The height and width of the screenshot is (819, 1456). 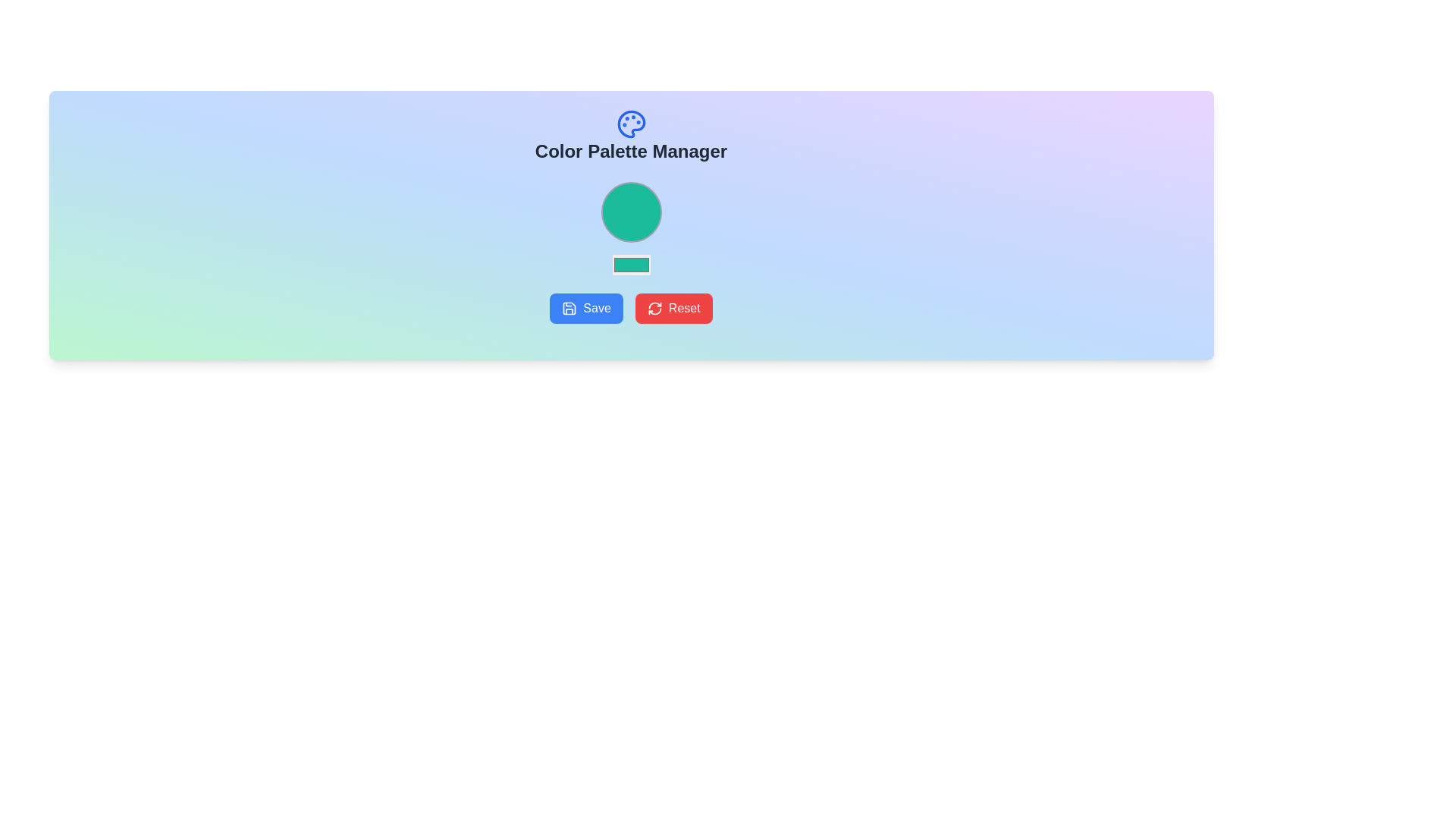 I want to click on the Header element introducing the 'Color Palette Manager' functionality by moving the cursor to its center point, so click(x=631, y=136).